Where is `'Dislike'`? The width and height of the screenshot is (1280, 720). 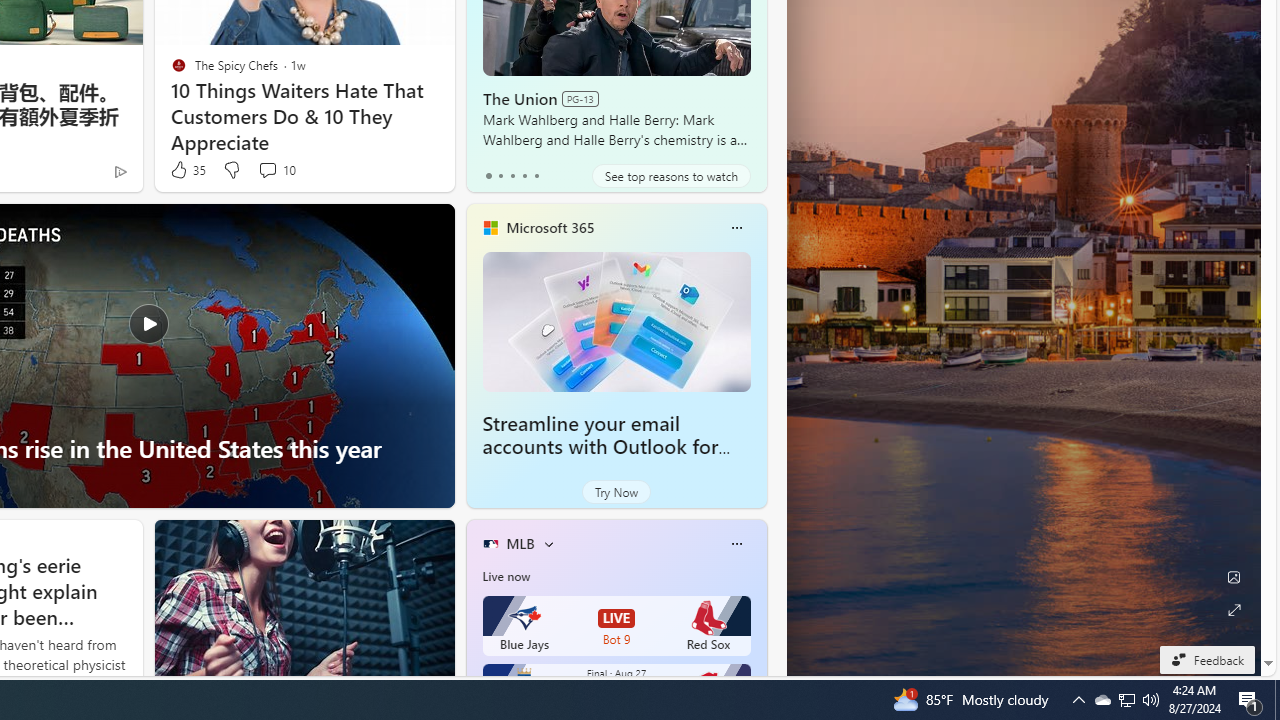
'Dislike' is located at coordinates (231, 169).